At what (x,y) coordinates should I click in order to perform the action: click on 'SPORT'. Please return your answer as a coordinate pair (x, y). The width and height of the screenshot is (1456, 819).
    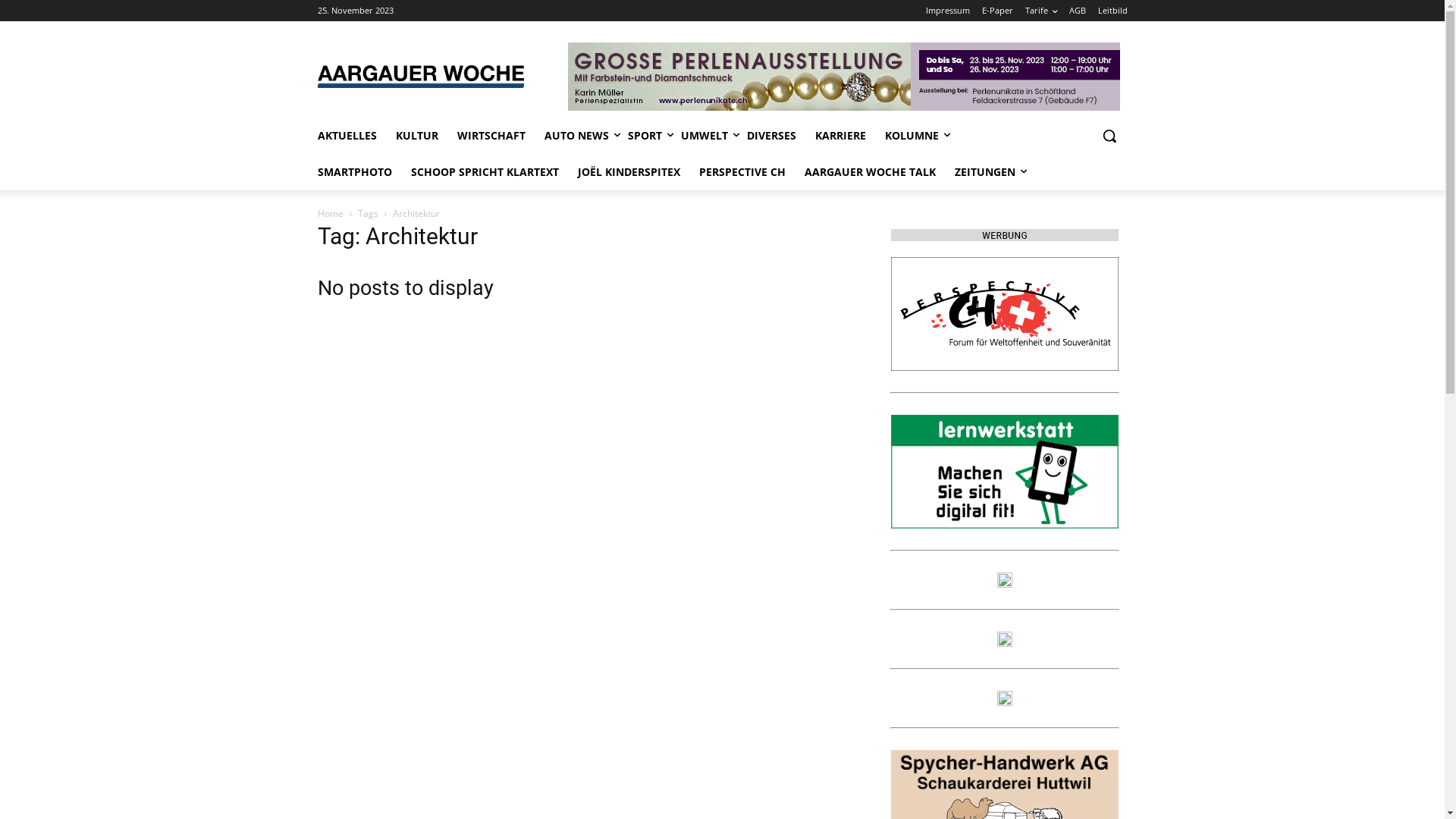
    Looking at the image, I should click on (645, 134).